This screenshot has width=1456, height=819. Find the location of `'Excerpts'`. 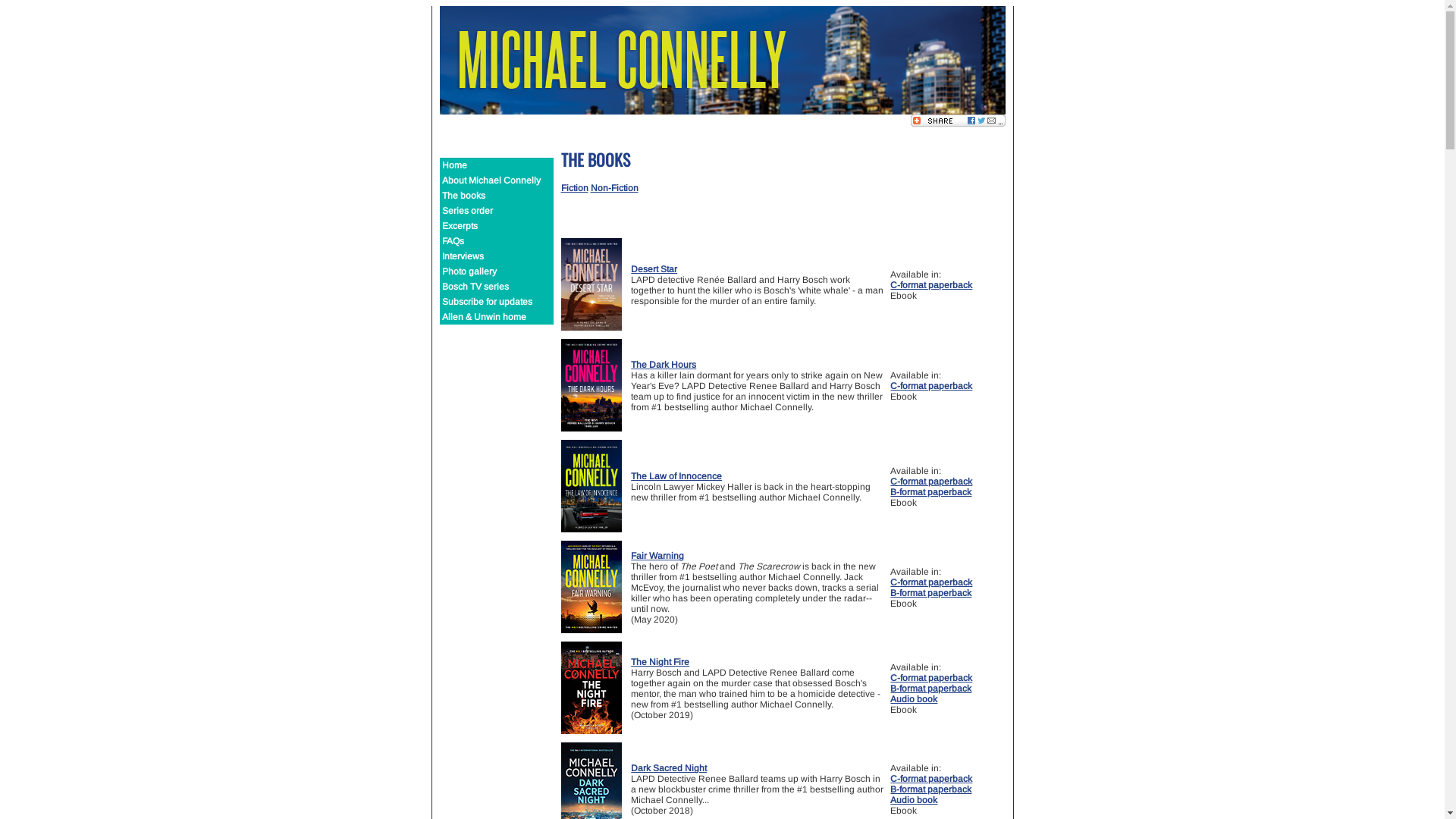

'Excerpts' is located at coordinates (496, 225).